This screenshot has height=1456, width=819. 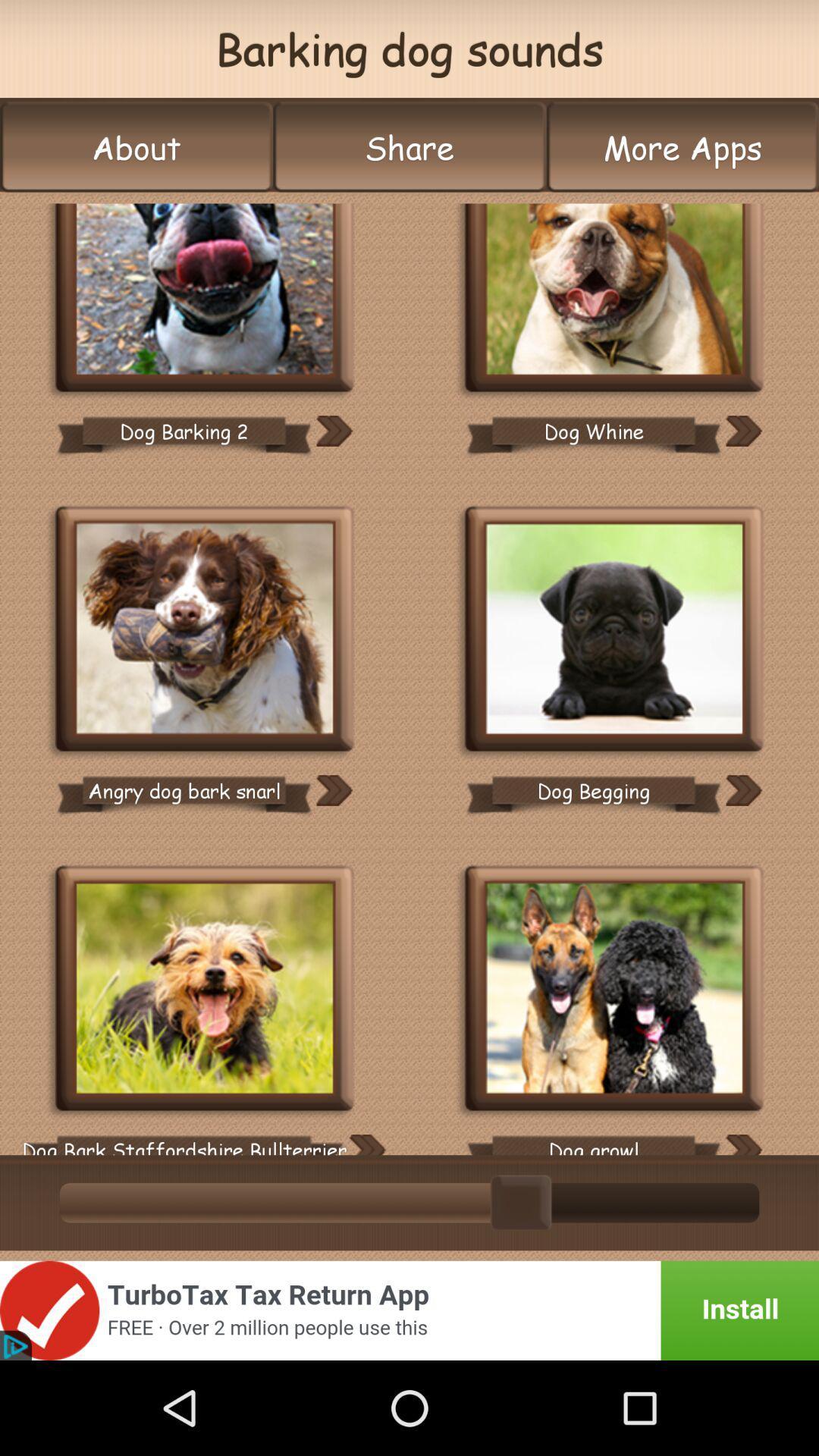 What do you see at coordinates (409, 147) in the screenshot?
I see `share item` at bounding box center [409, 147].